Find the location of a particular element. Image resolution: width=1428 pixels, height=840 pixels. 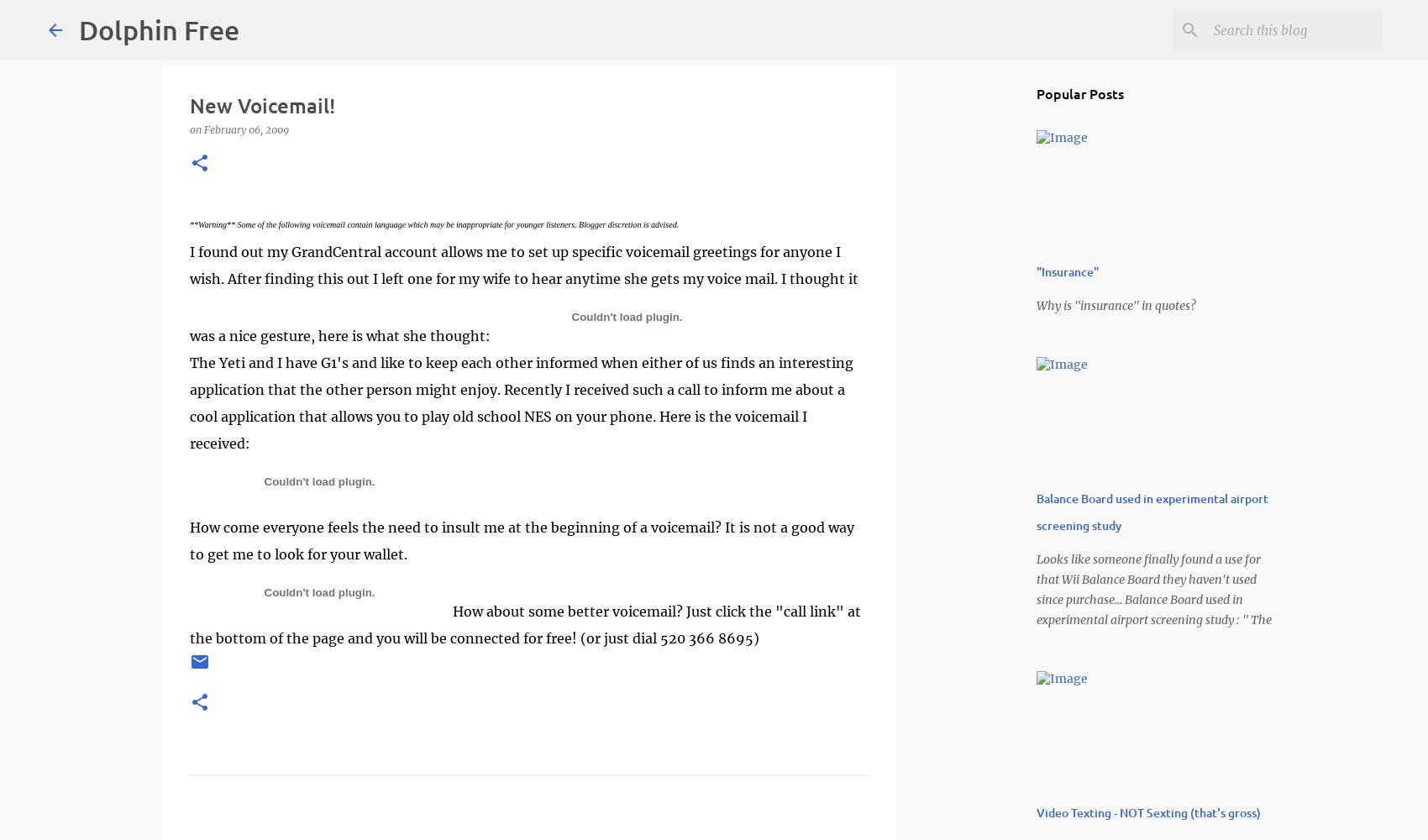

'Video Texting - NOT Sexting (that's gross)' is located at coordinates (1148, 811).